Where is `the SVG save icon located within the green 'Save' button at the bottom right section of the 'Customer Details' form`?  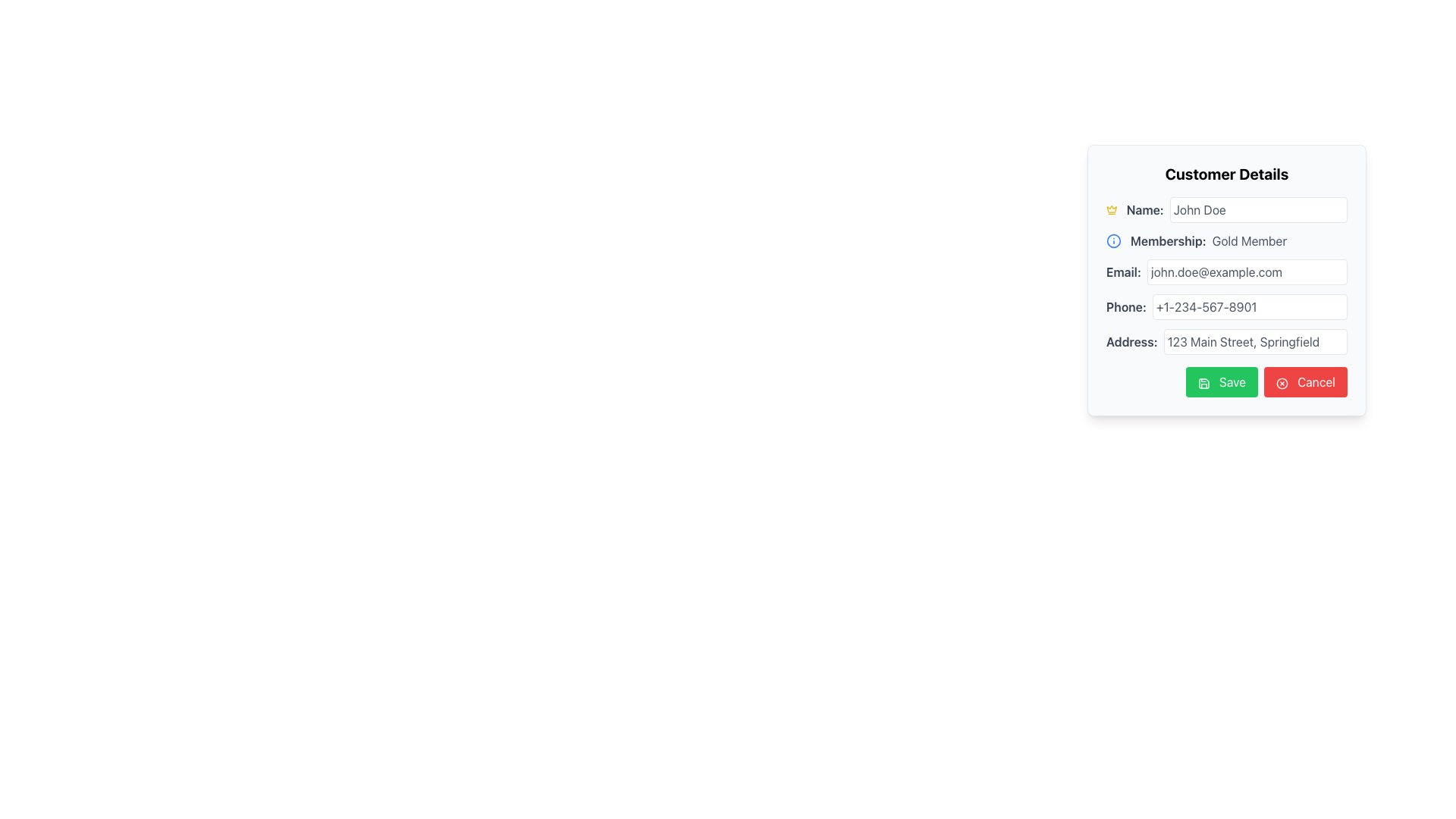
the SVG save icon located within the green 'Save' button at the bottom right section of the 'Customer Details' form is located at coordinates (1203, 382).